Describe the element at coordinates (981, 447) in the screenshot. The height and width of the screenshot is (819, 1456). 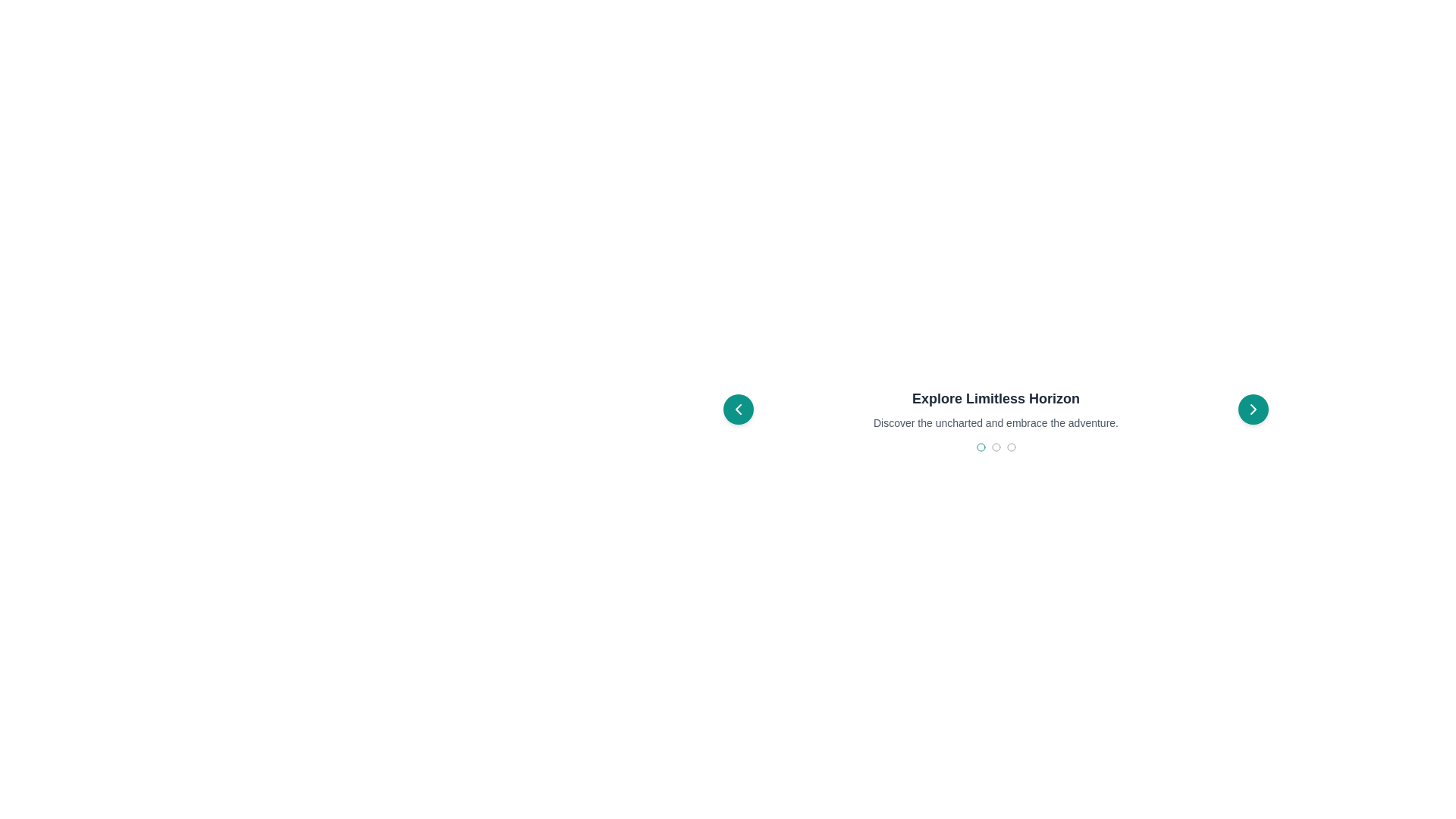
I see `the first circular navigation indicator located below the text 'Explore Limitless Horizon' via keyboard navigation` at that location.